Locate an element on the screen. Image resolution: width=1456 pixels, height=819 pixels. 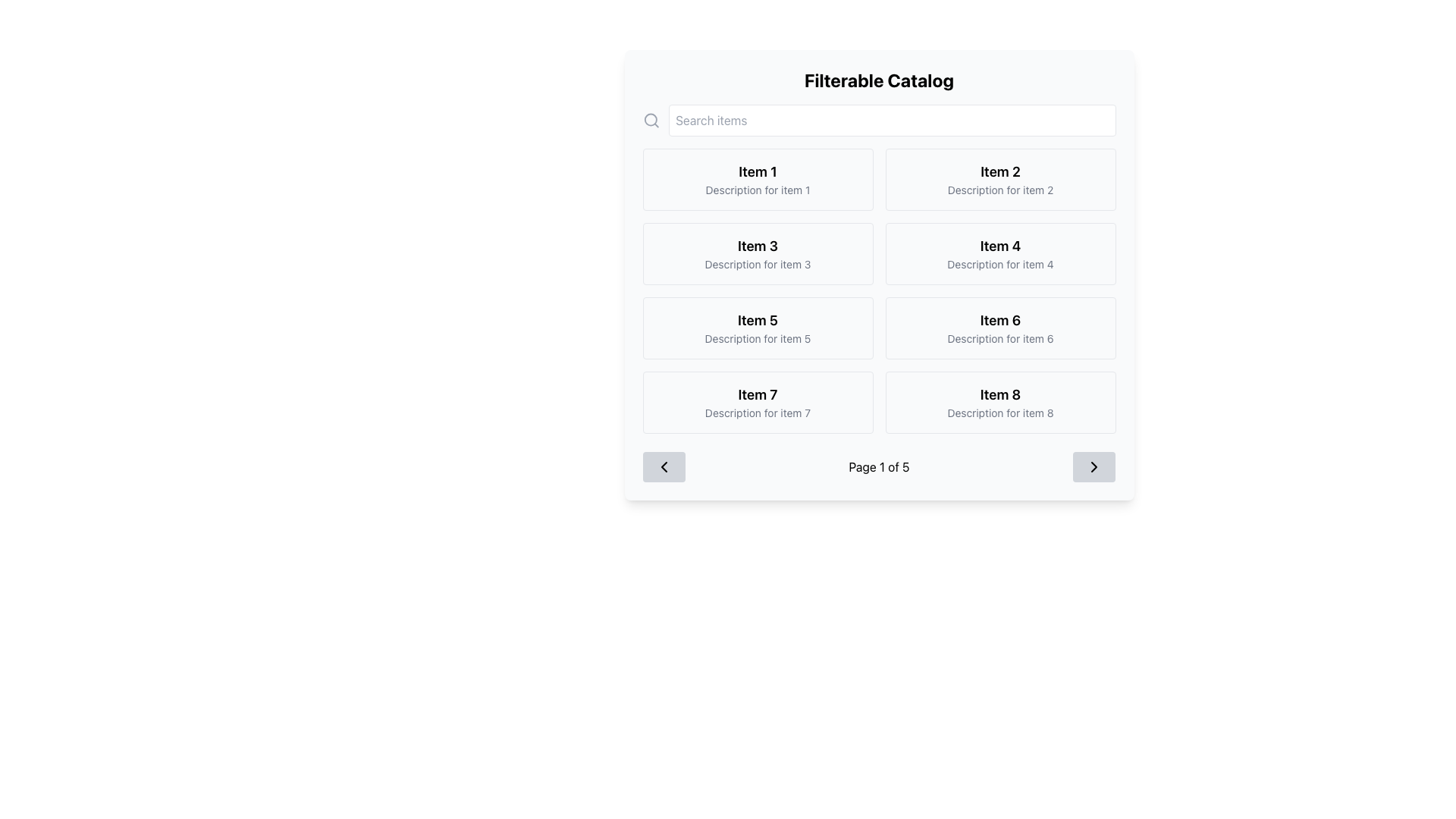
the Text Label that provides supplementary details for 'Item 5', positioned directly beneath the bold 'Item 5' text is located at coordinates (758, 338).